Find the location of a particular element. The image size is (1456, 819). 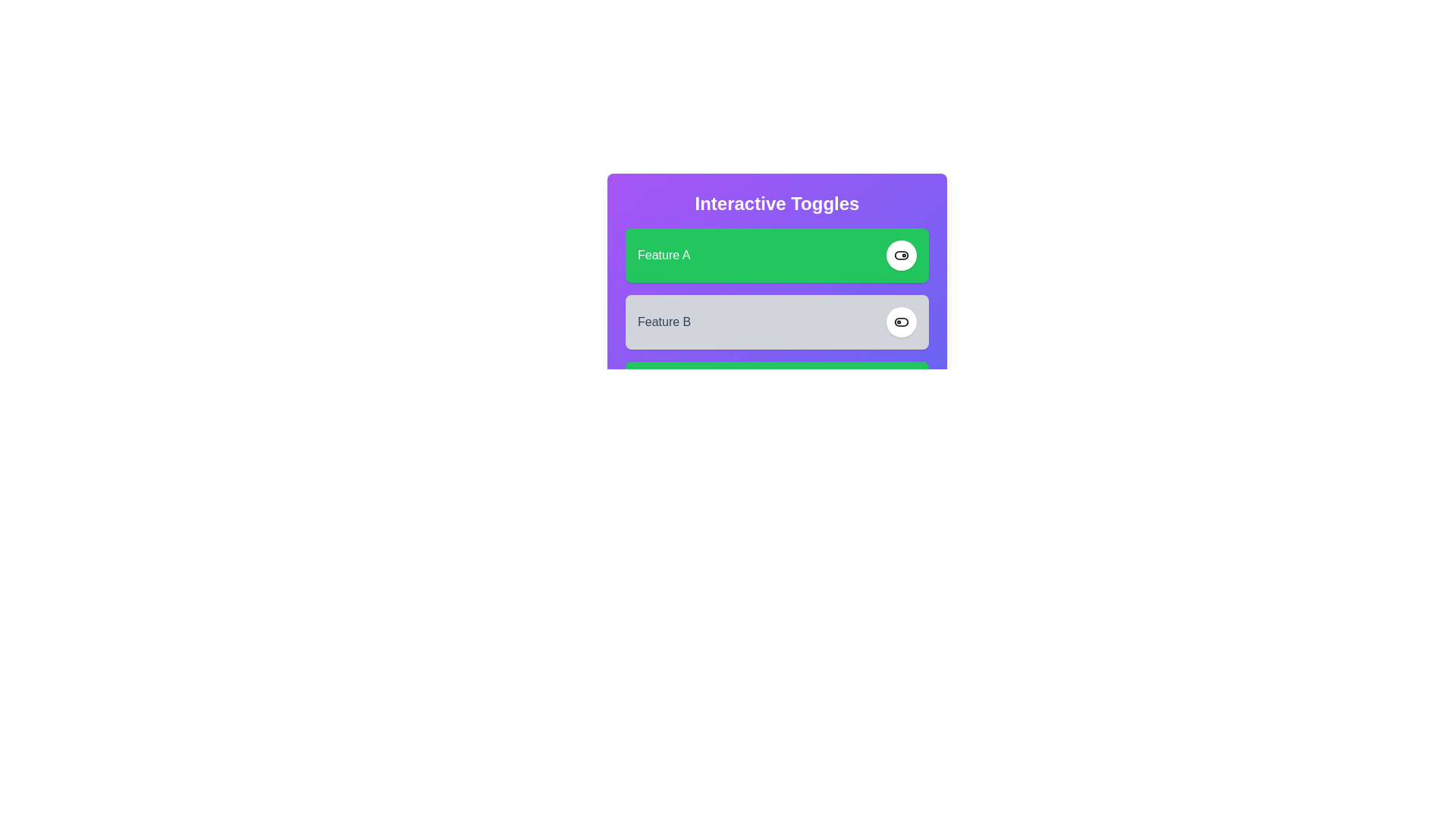

the title text 'Interactive Toggles' for copying is located at coordinates (777, 203).